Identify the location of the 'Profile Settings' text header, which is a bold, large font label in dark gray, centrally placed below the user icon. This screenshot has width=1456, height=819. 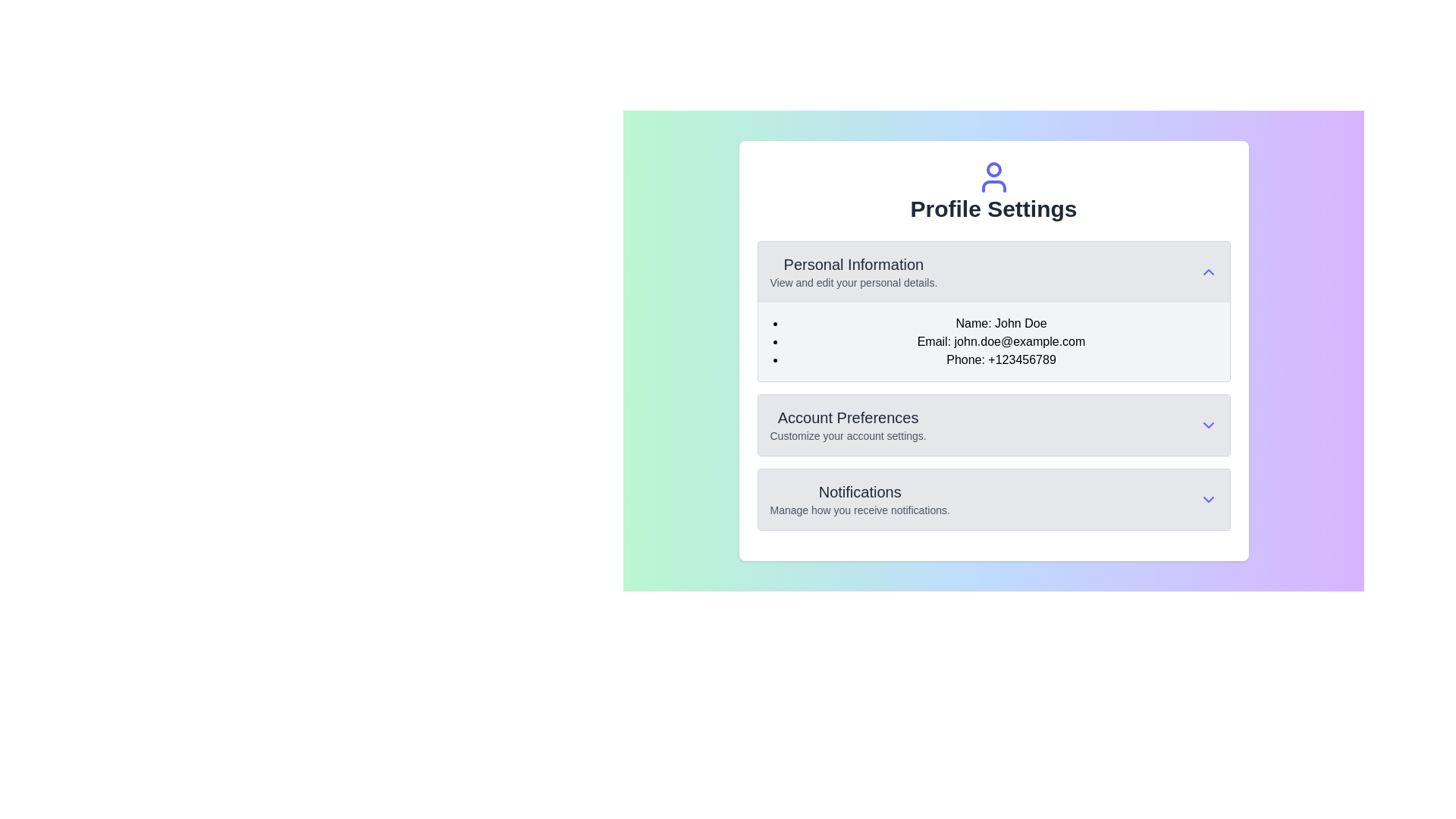
(993, 209).